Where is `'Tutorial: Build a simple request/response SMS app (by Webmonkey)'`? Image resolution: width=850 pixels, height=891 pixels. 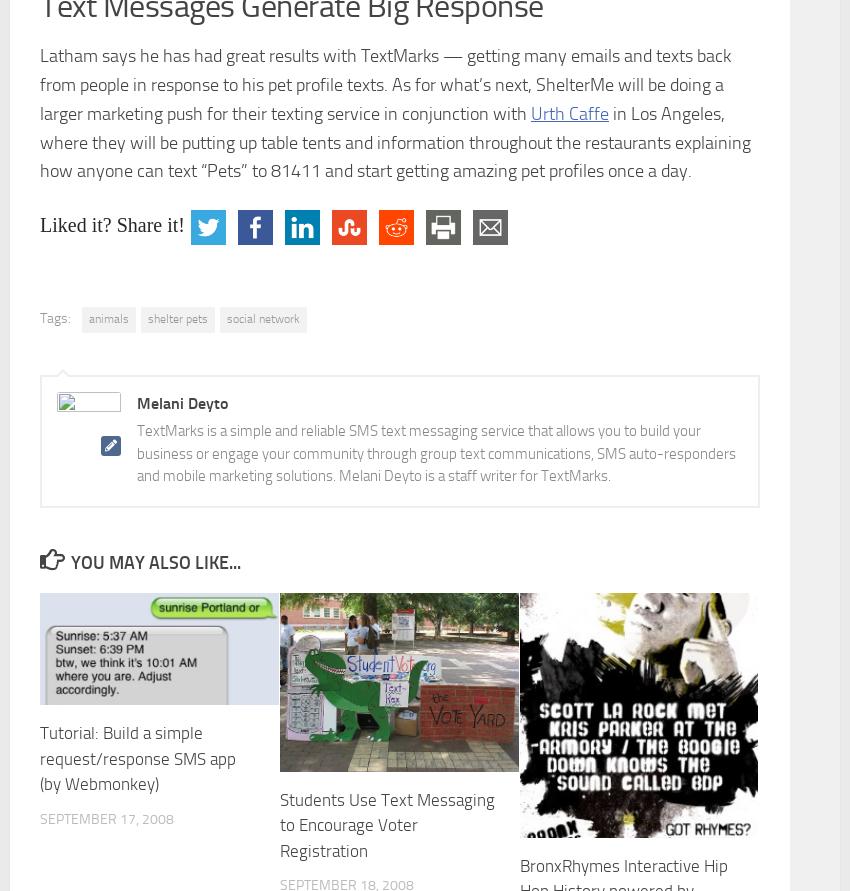 'Tutorial: Build a simple request/response SMS app (by Webmonkey)' is located at coordinates (138, 758).